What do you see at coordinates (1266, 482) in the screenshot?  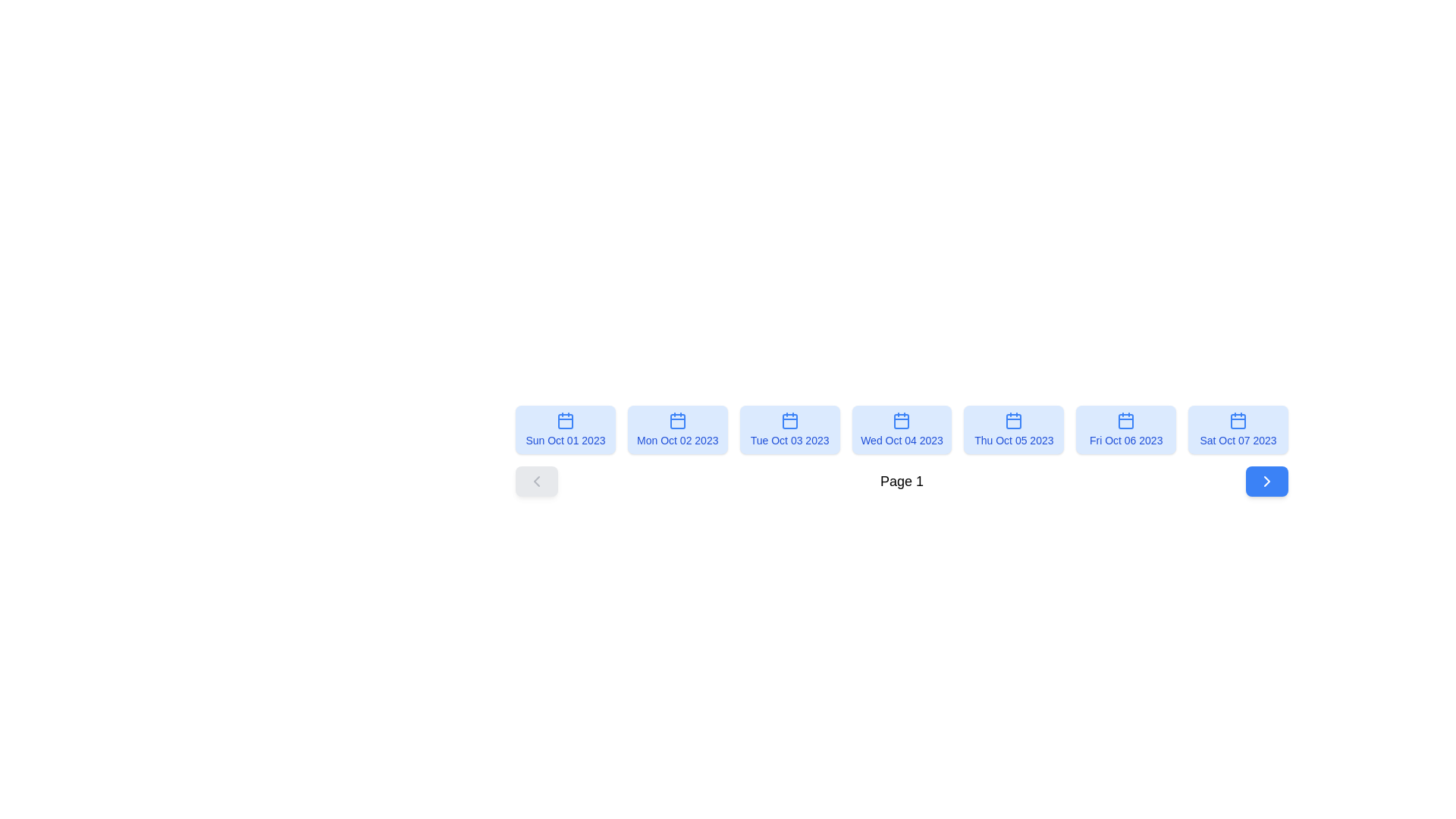 I see `the right-pointing chevron icon located within the blue rounded rectangular button at the extreme right of a horizontal sequence of calendar buttons` at bounding box center [1266, 482].